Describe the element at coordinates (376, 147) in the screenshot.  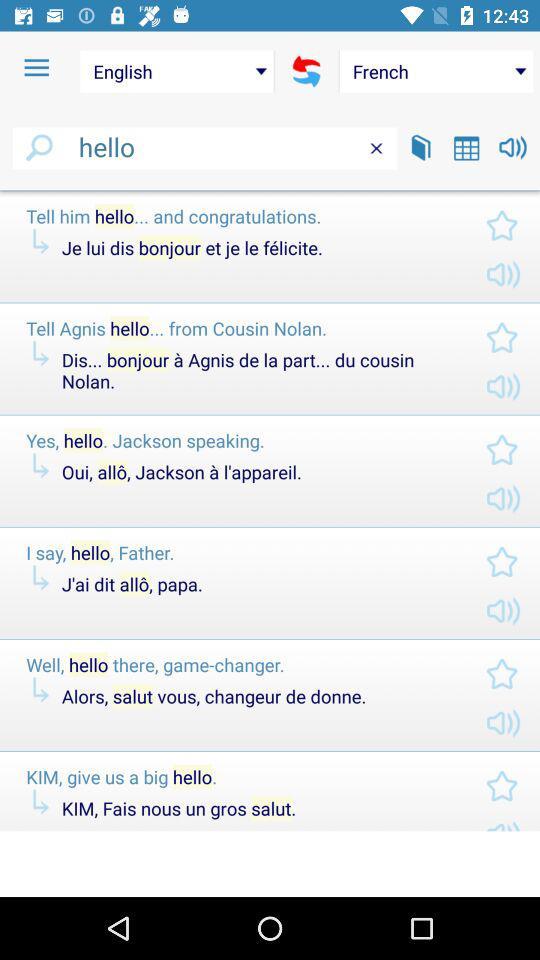
I see `erase the phrase` at that location.